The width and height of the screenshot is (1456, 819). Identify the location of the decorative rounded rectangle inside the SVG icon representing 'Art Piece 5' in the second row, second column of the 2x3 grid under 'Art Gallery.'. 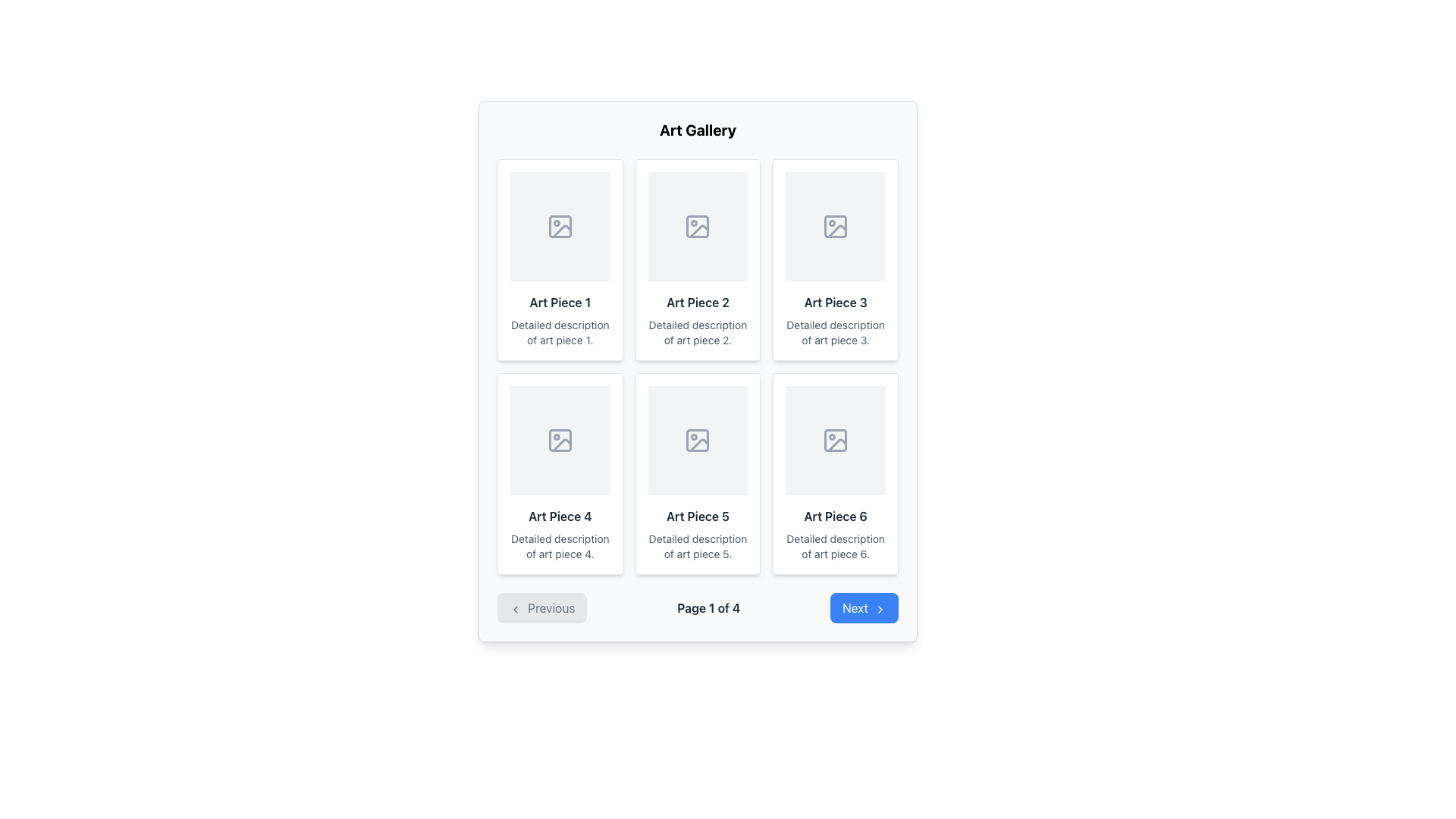
(697, 441).